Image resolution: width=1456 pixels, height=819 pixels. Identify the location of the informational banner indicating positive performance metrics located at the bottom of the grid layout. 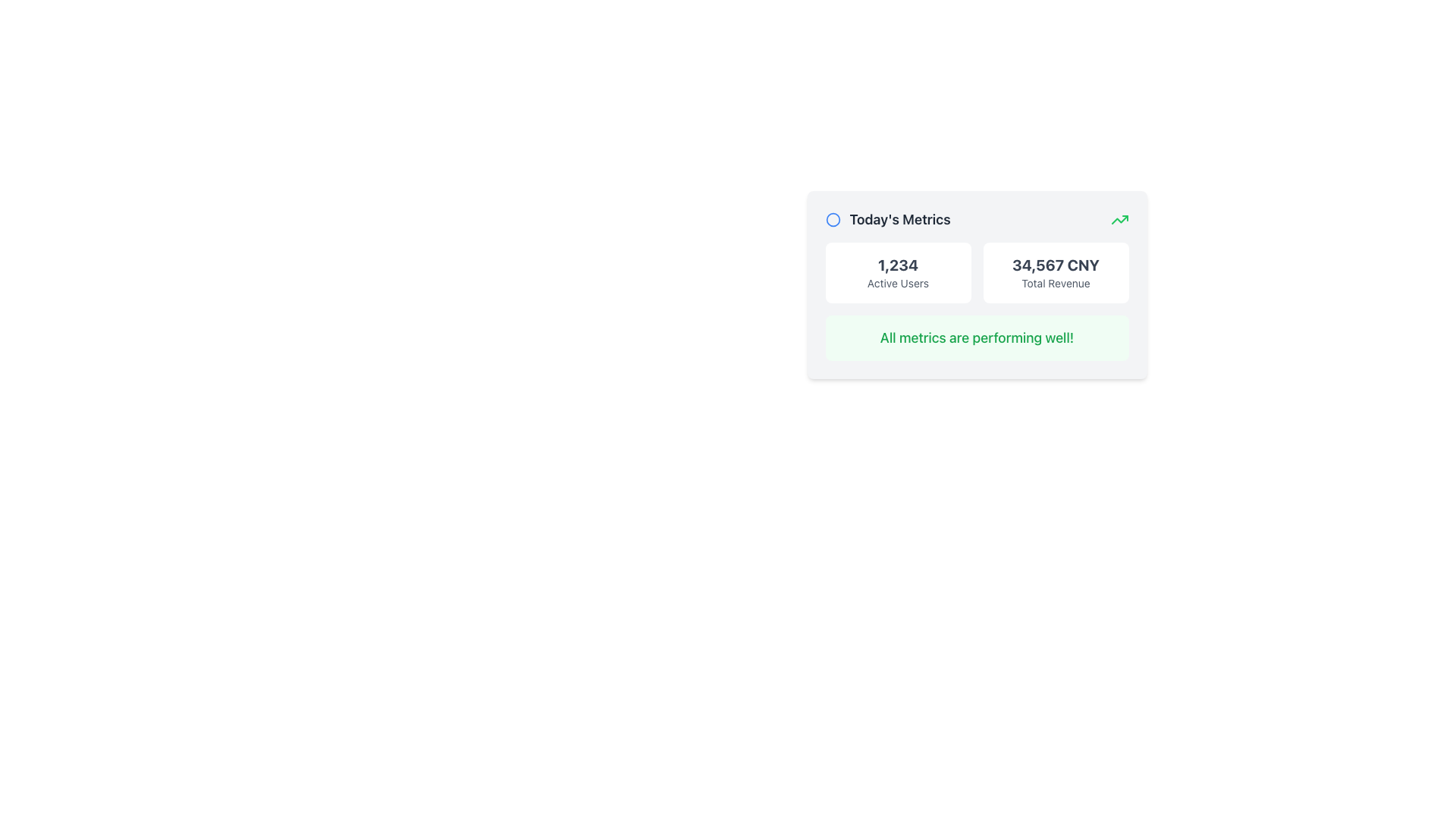
(977, 337).